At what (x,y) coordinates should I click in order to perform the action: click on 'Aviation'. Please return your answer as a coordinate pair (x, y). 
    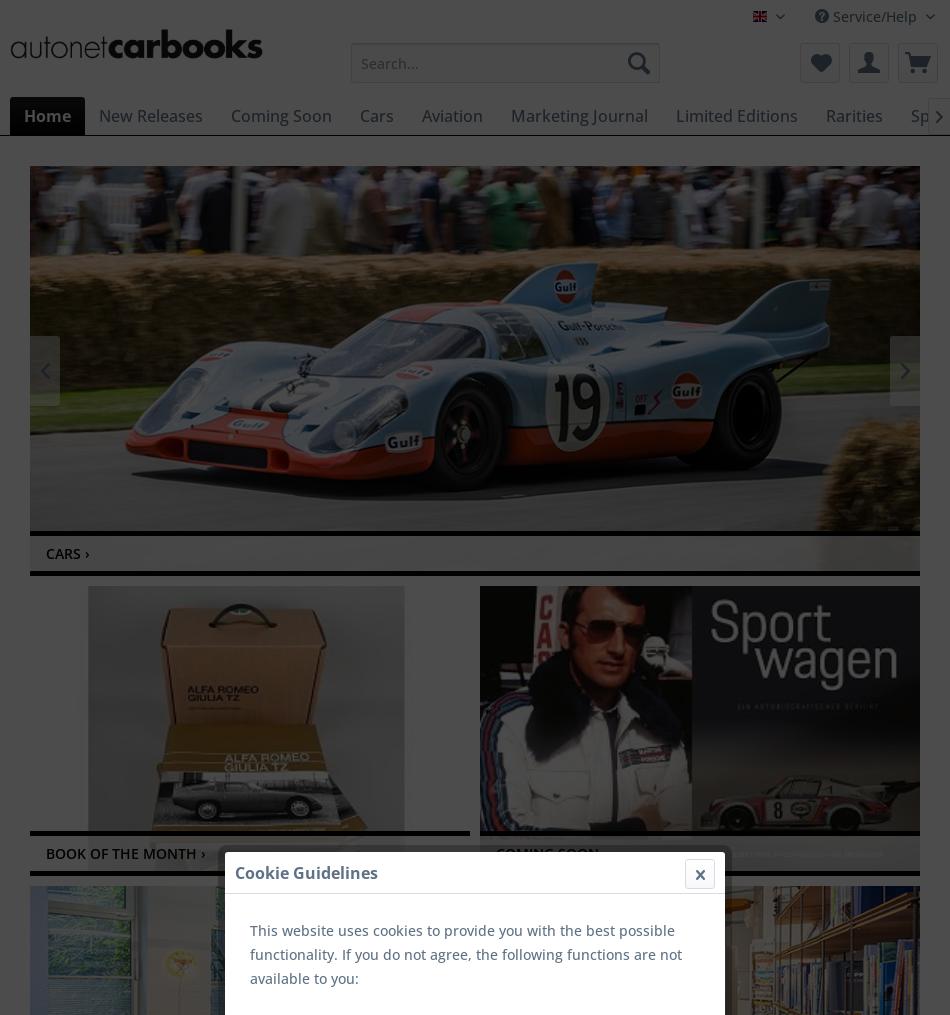
    Looking at the image, I should click on (451, 114).